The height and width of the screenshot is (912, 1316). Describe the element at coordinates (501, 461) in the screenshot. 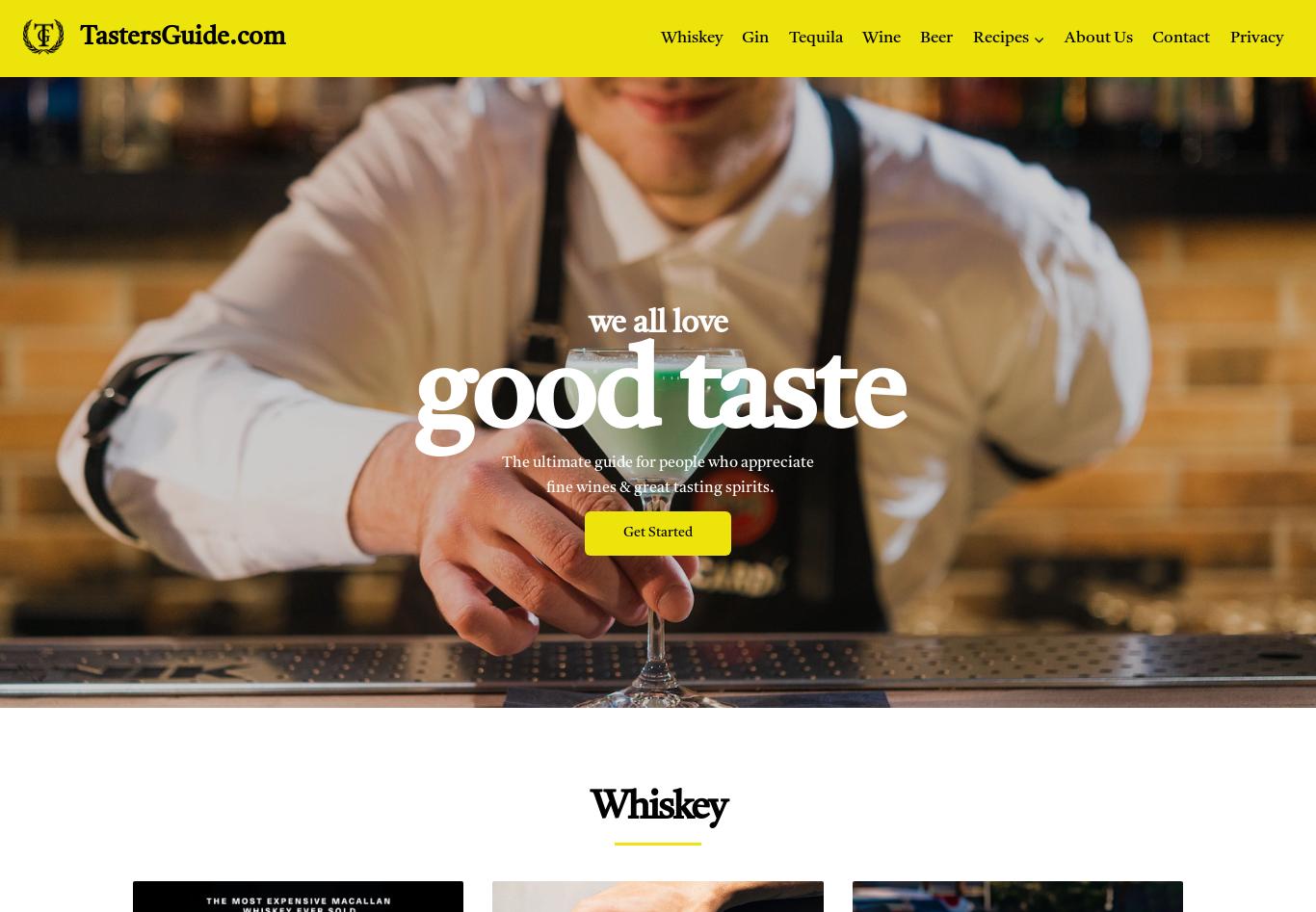

I see `'The ultimate guide for people who appreciate'` at that location.